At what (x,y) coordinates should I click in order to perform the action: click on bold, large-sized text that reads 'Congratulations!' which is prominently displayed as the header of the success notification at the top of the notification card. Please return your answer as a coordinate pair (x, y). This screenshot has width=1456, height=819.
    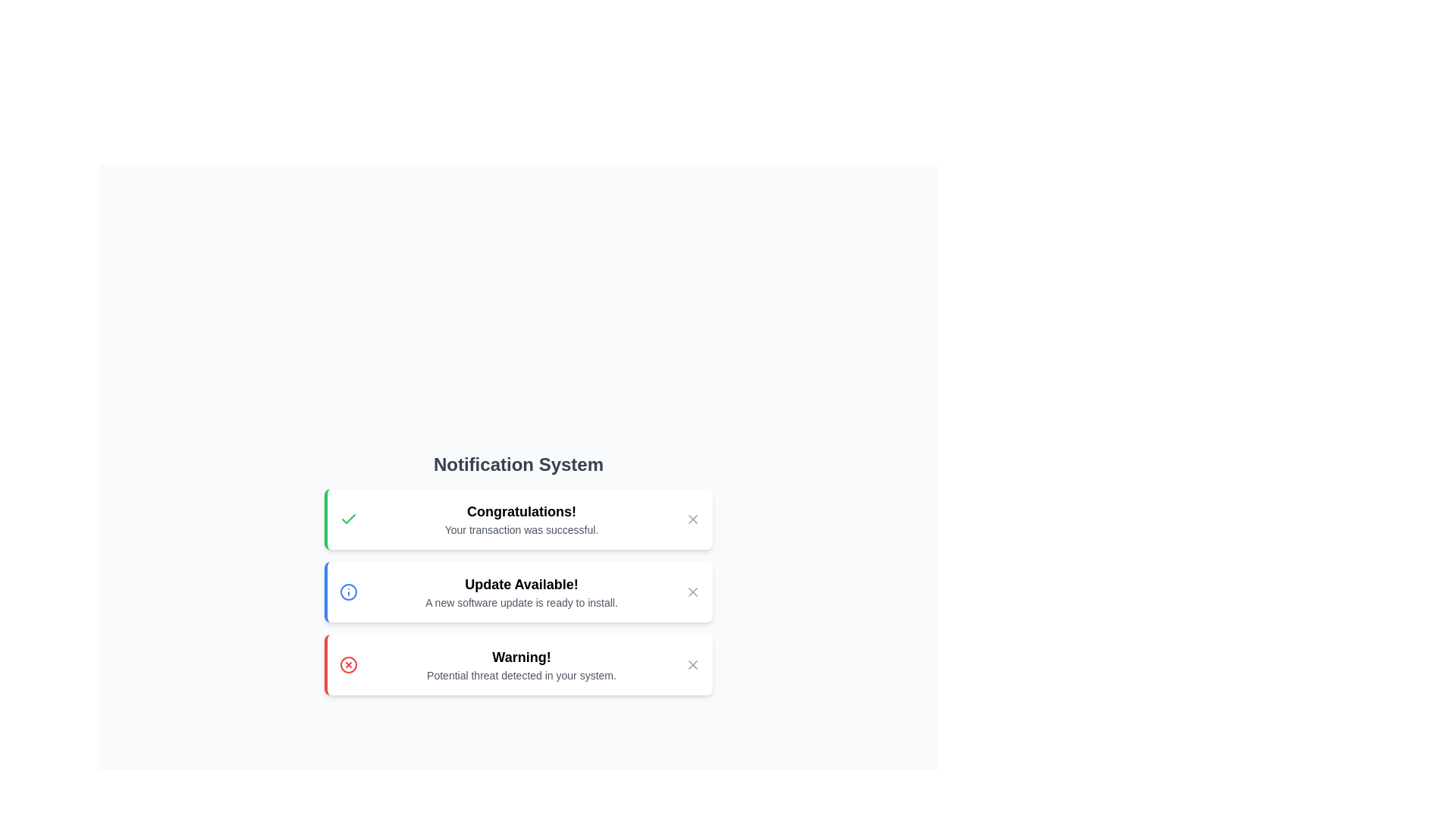
    Looking at the image, I should click on (521, 512).